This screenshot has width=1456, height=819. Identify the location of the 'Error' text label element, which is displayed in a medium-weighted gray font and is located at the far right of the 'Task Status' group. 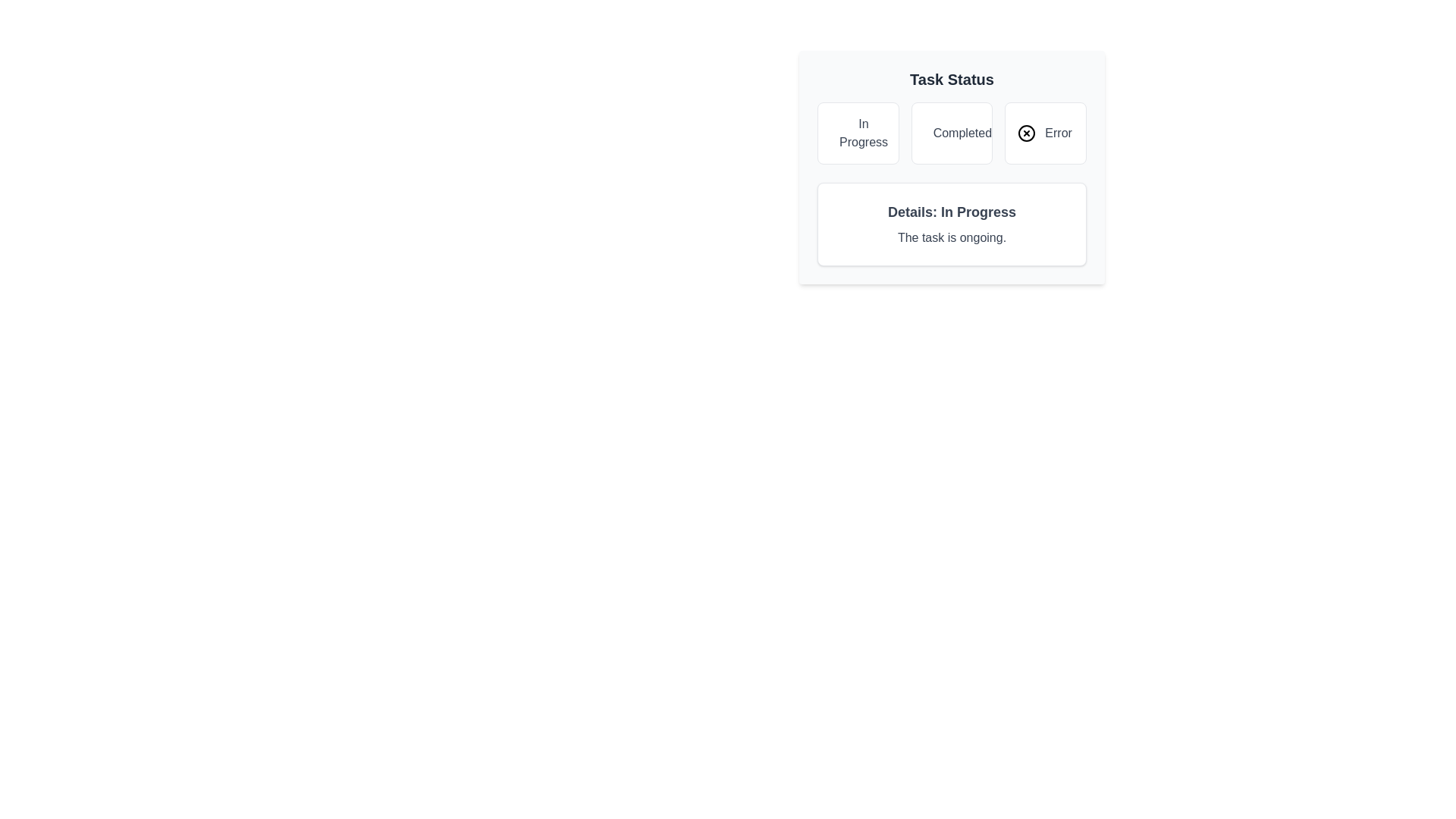
(1058, 133).